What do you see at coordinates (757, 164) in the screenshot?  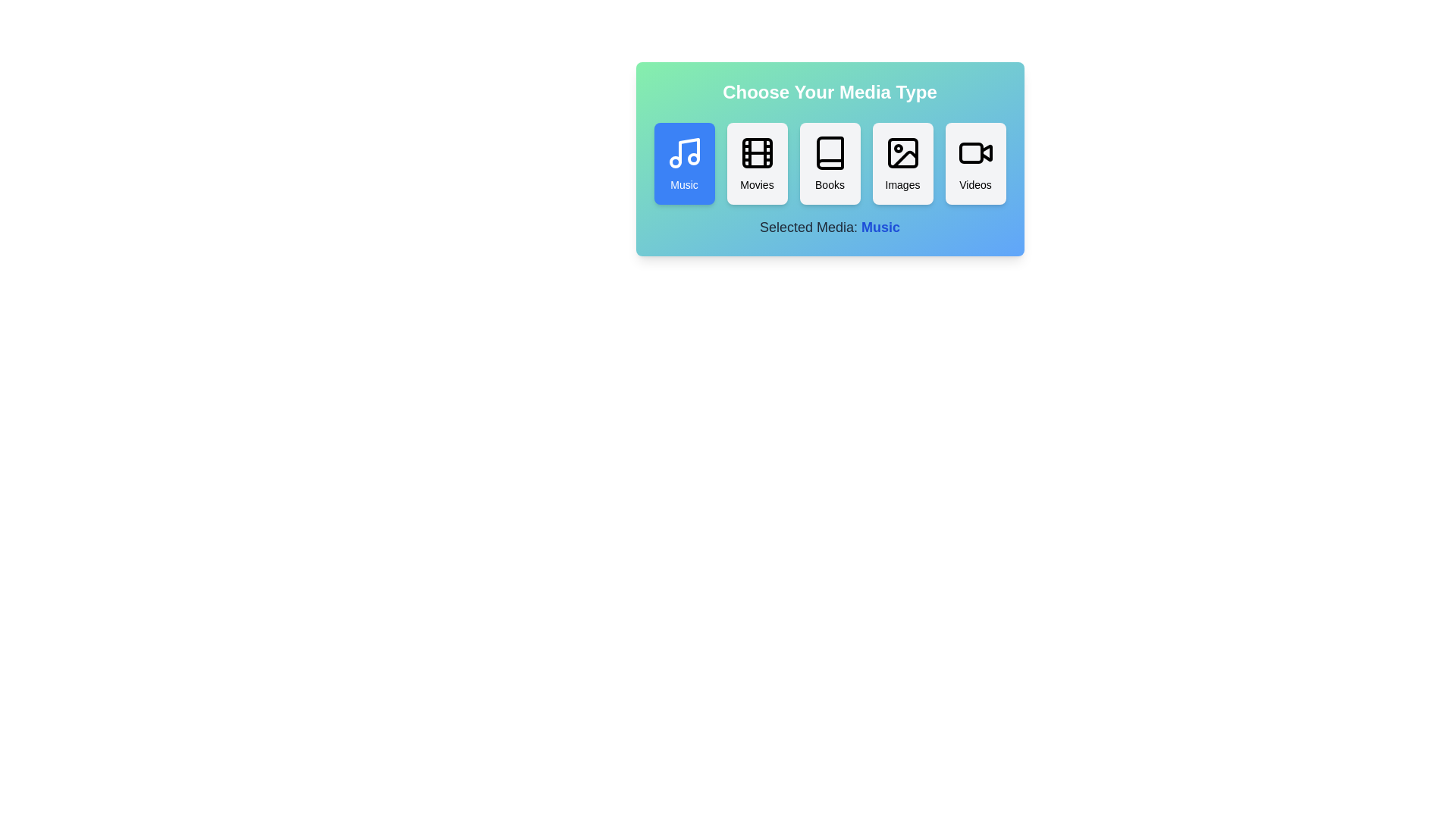 I see `the button corresponding to the media type Movies` at bounding box center [757, 164].